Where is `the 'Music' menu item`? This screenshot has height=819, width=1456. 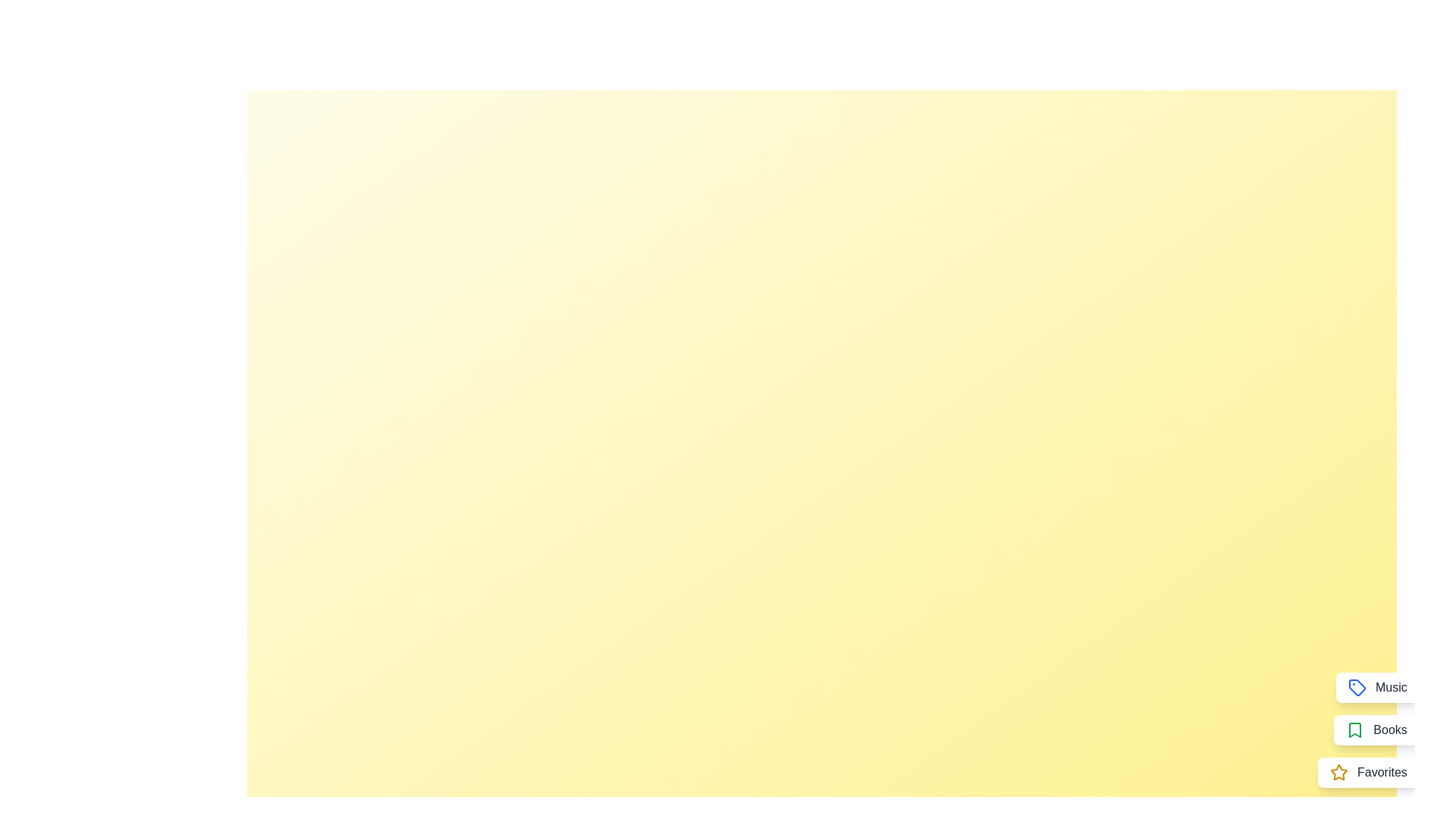
the 'Music' menu item is located at coordinates (1377, 687).